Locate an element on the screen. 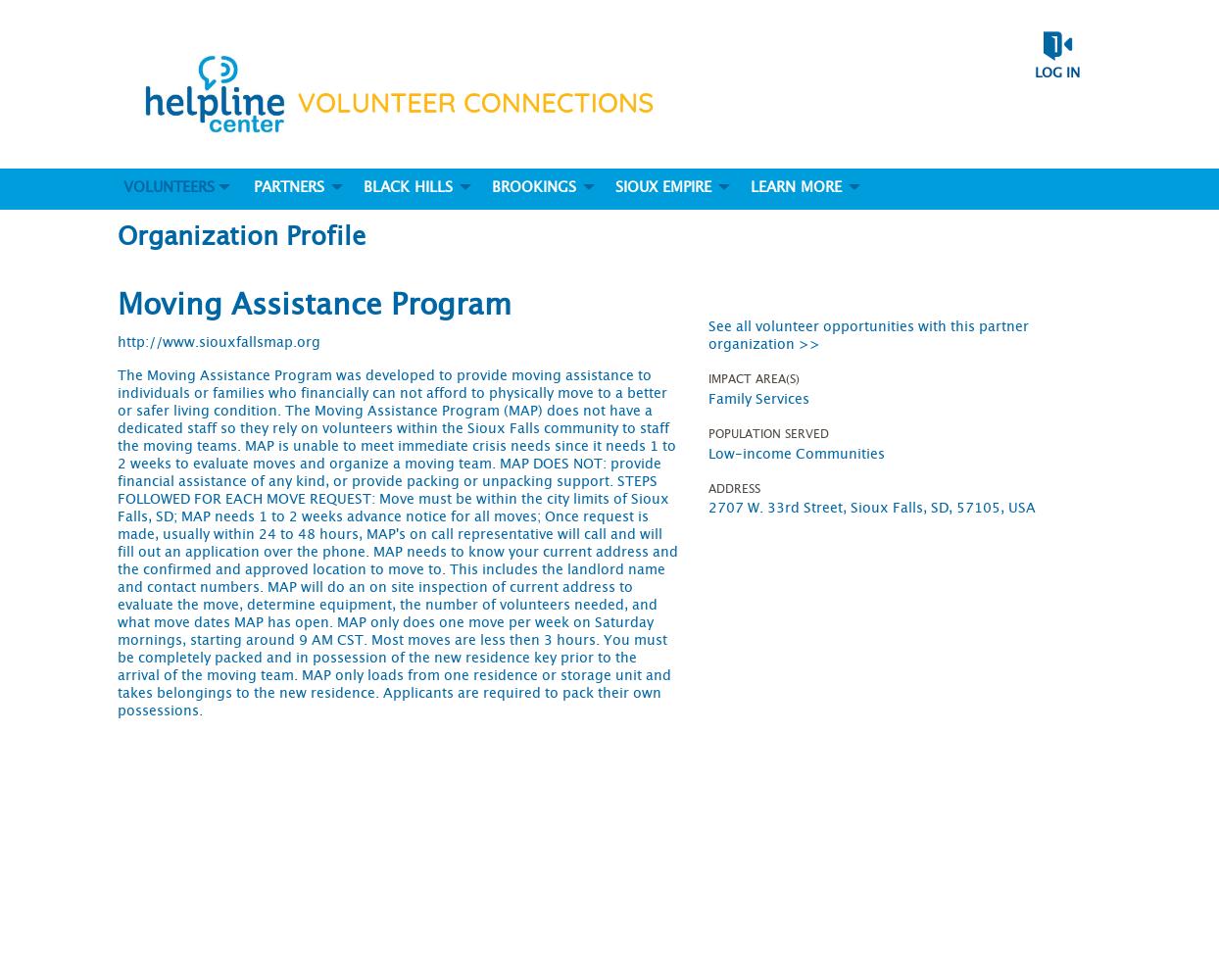  'Population Served' is located at coordinates (768, 432).